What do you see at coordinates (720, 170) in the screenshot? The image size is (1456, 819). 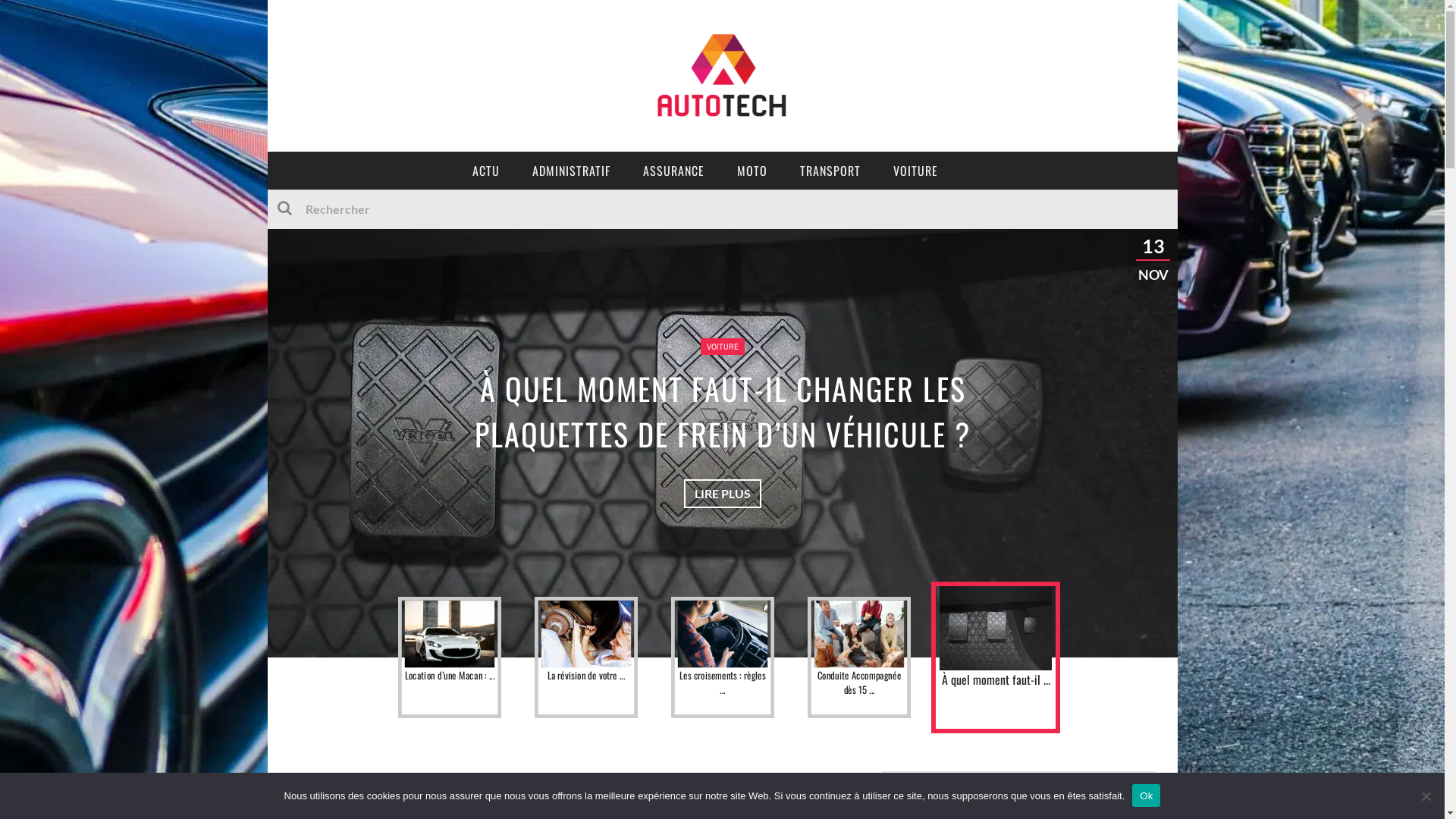 I see `'MOTO'` at bounding box center [720, 170].